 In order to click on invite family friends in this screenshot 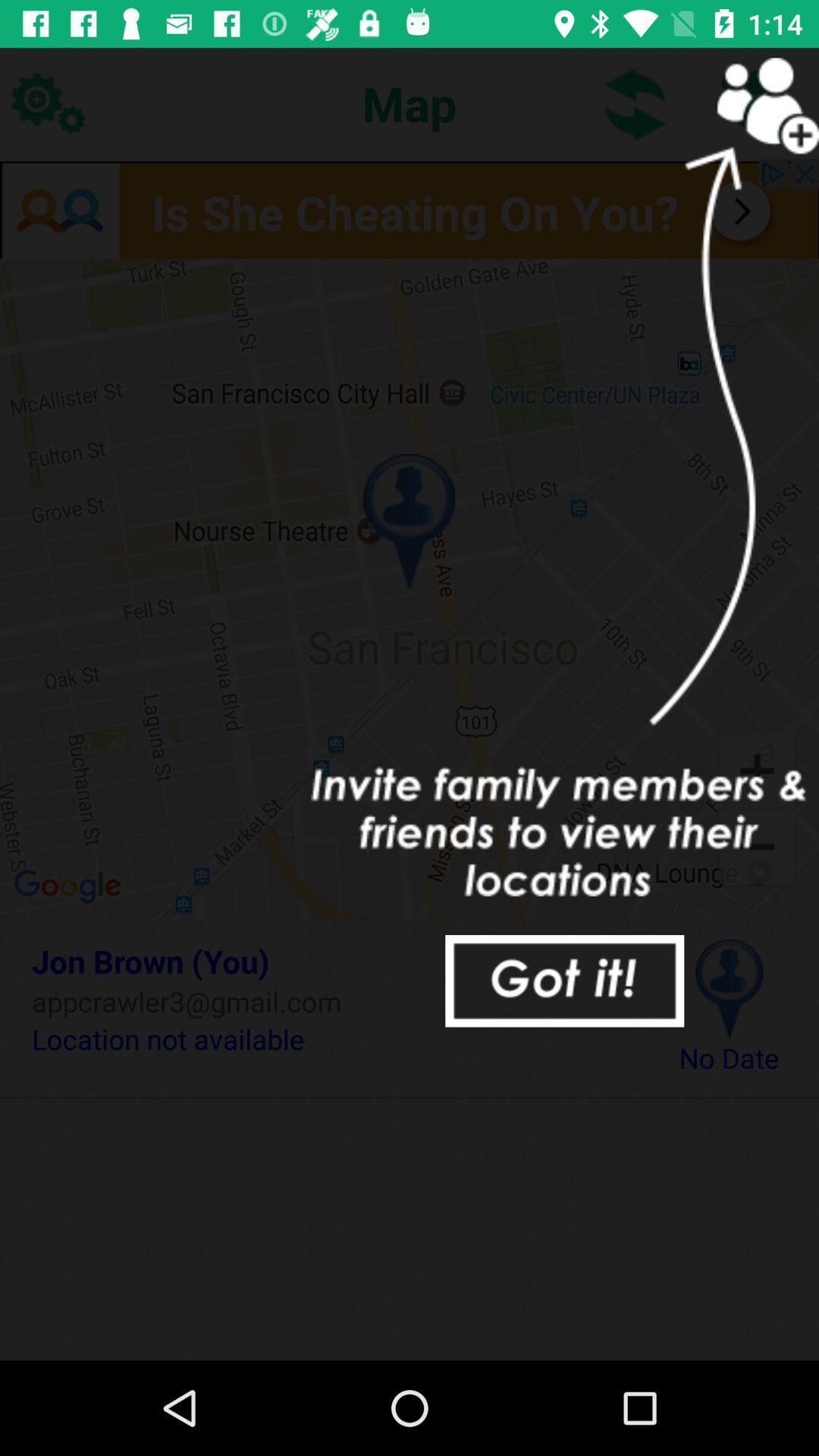, I will do `click(751, 102)`.